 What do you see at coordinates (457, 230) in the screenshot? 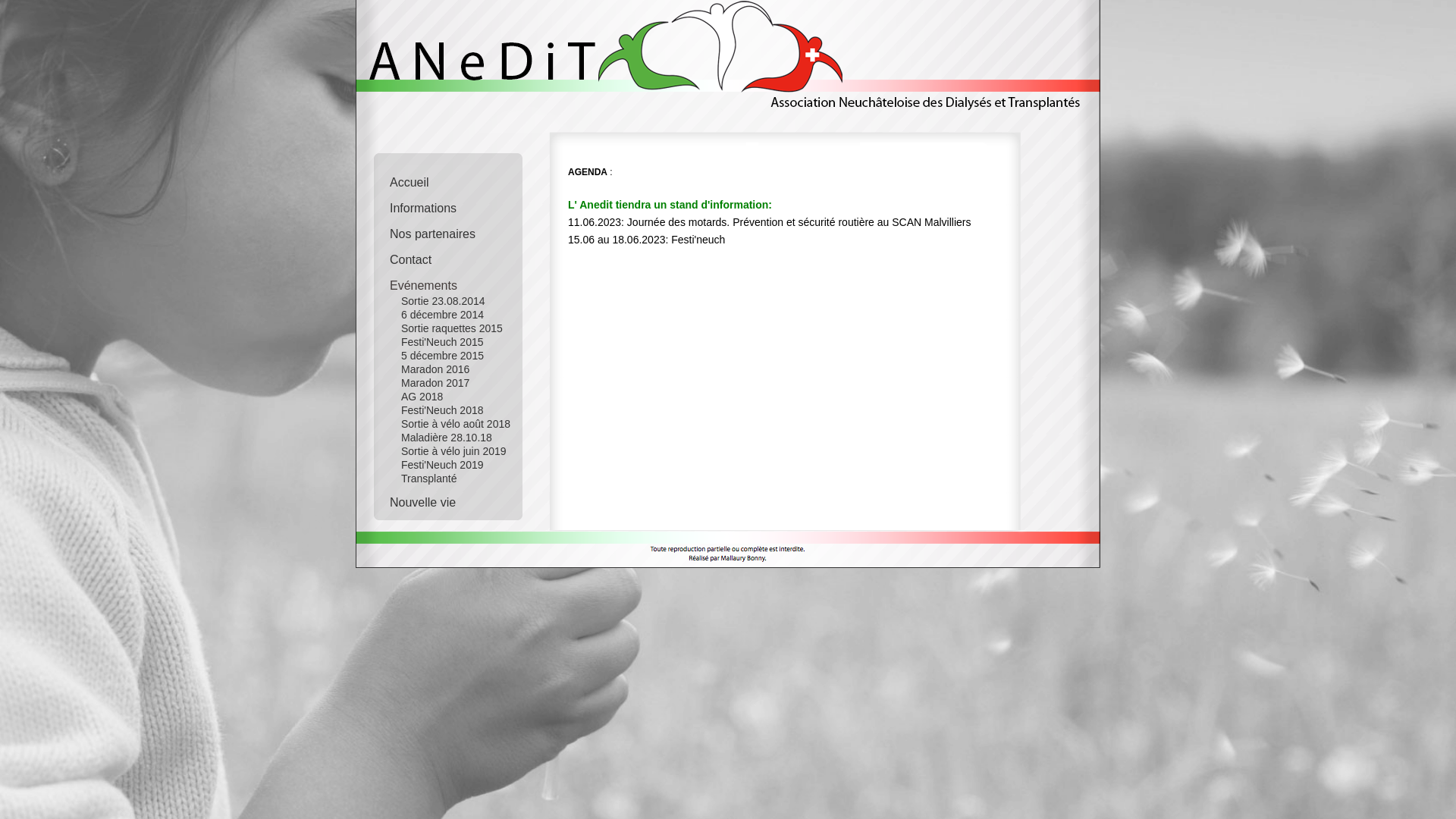
I see `'Nos partenaires'` at bounding box center [457, 230].